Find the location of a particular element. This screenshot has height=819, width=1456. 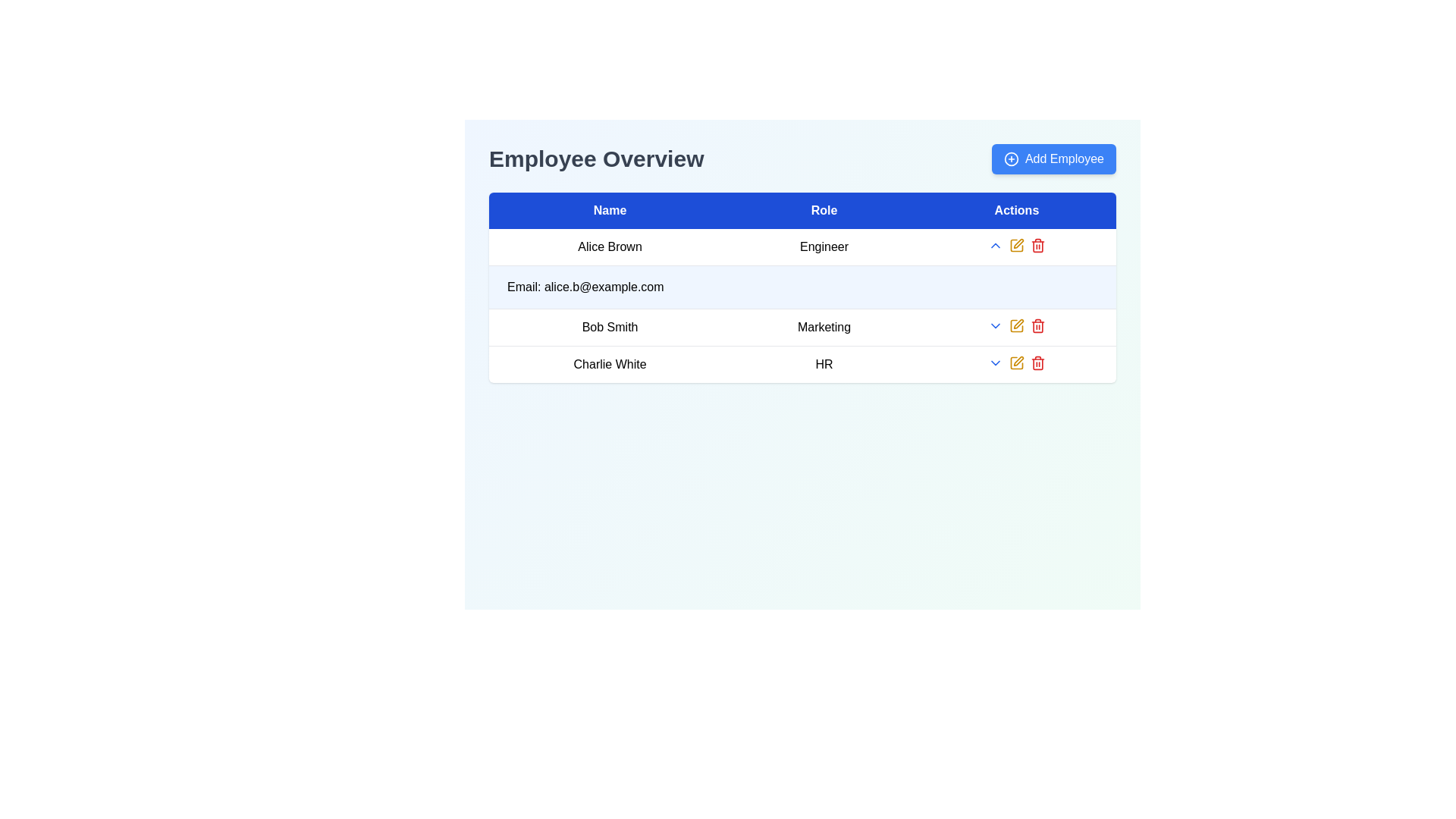

the 'Engineer' label in the Employee Overview section, located in the second column of the first row of the data table is located at coordinates (802, 246).